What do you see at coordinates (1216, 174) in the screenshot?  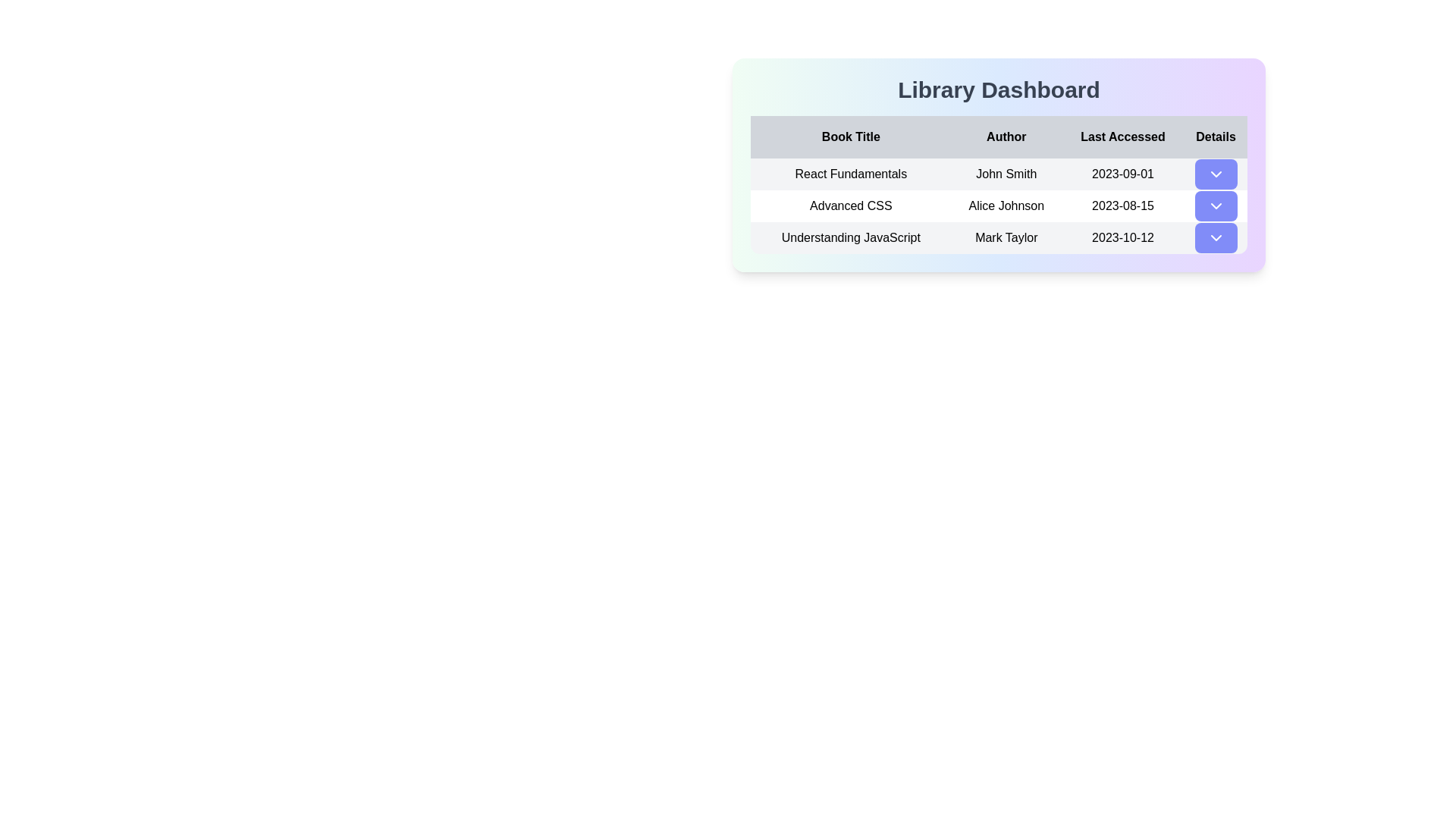 I see `the Details button located in the first row of the library dashboard table` at bounding box center [1216, 174].